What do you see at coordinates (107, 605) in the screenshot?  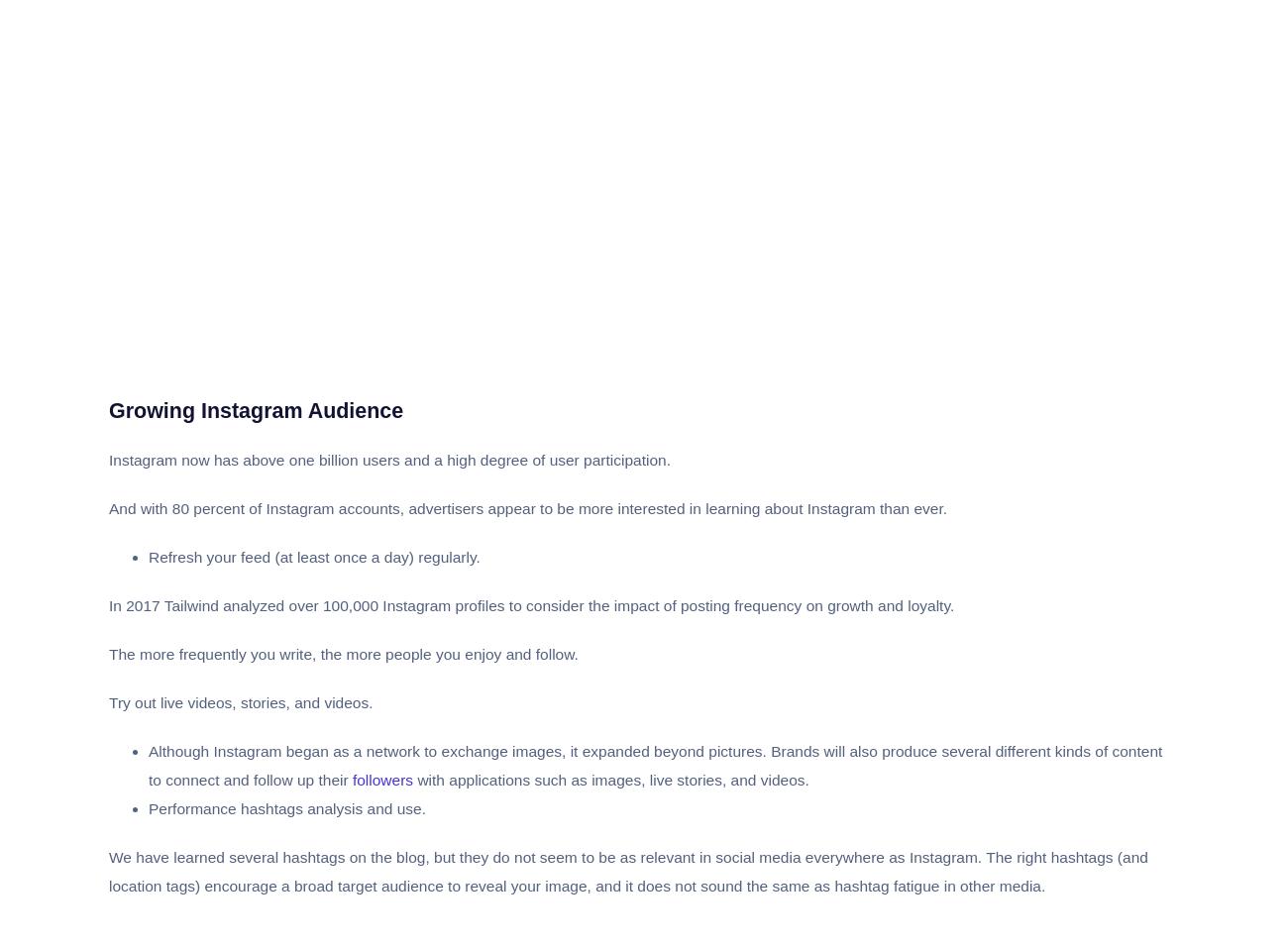 I see `'In 2017 Tailwind analyzed over 100,000 Instagram profiles to consider the impact of posting frequency on growth and loyalty.'` at bounding box center [107, 605].